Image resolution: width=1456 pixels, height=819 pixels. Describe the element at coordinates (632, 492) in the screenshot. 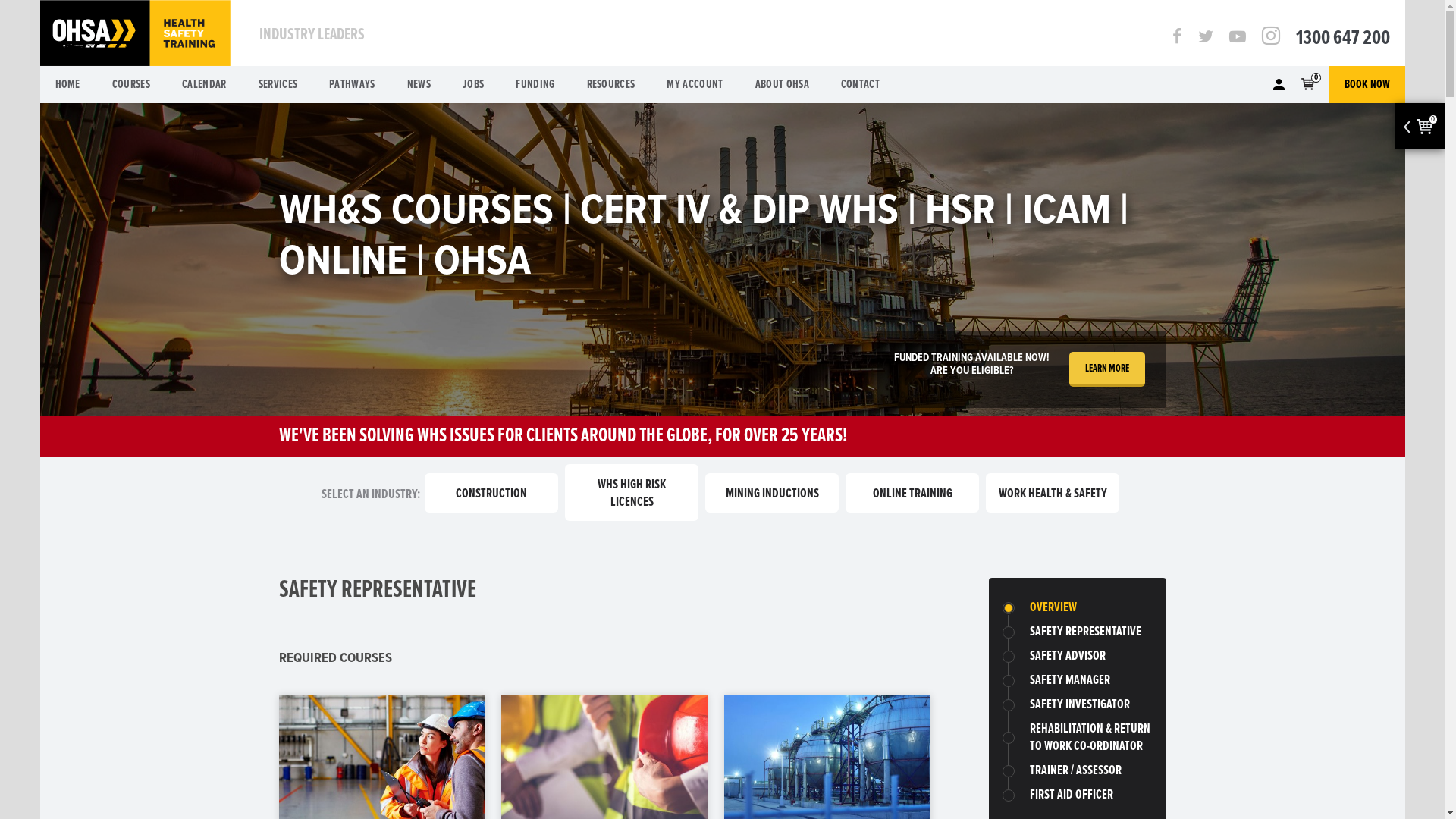

I see `'WHS HIGH RISK LICENCES'` at that location.